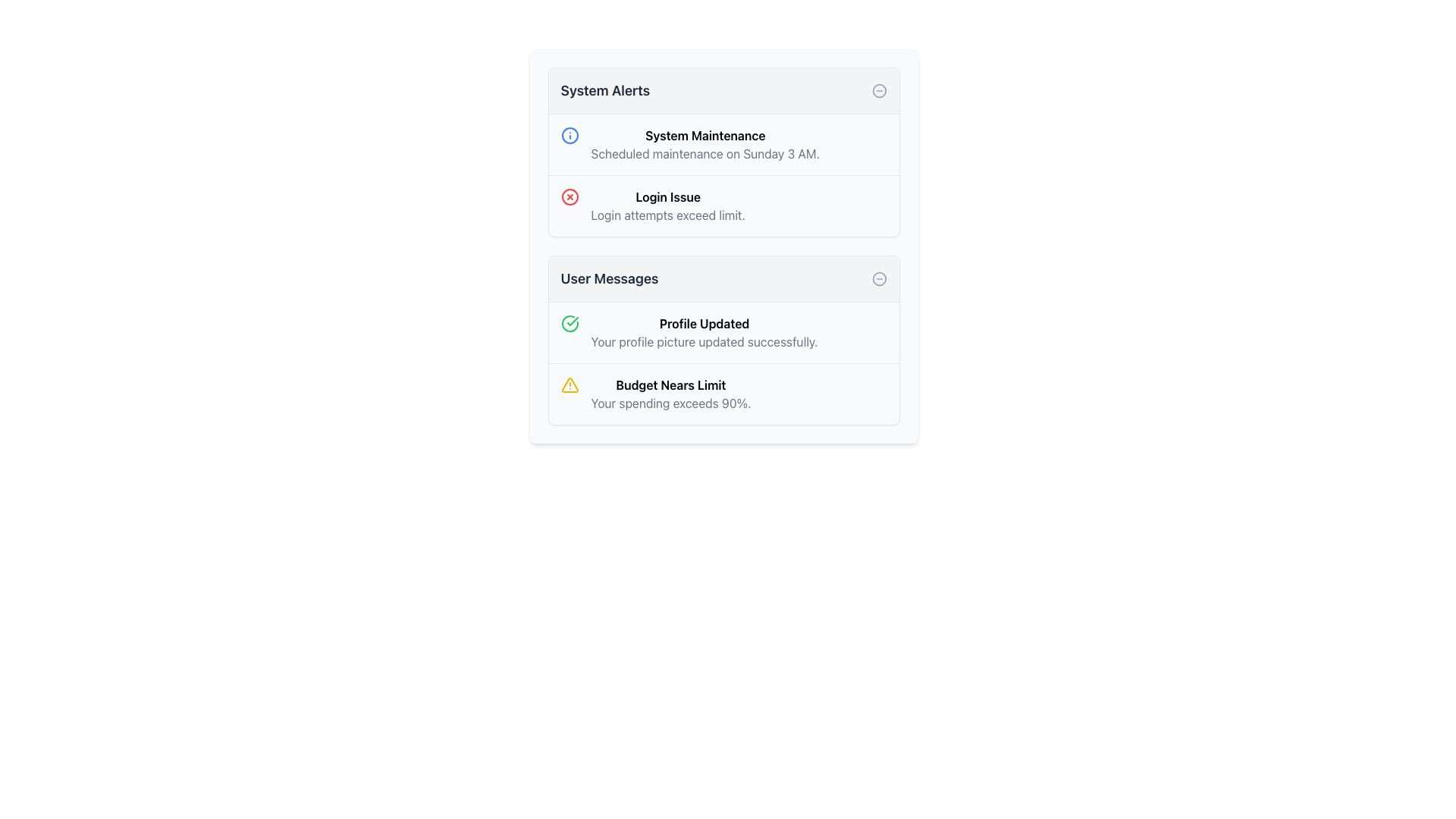  Describe the element at coordinates (569, 323) in the screenshot. I see `the success indicator icon located to the left of the 'Profile Updated' text in the 'User Messages' section` at that location.